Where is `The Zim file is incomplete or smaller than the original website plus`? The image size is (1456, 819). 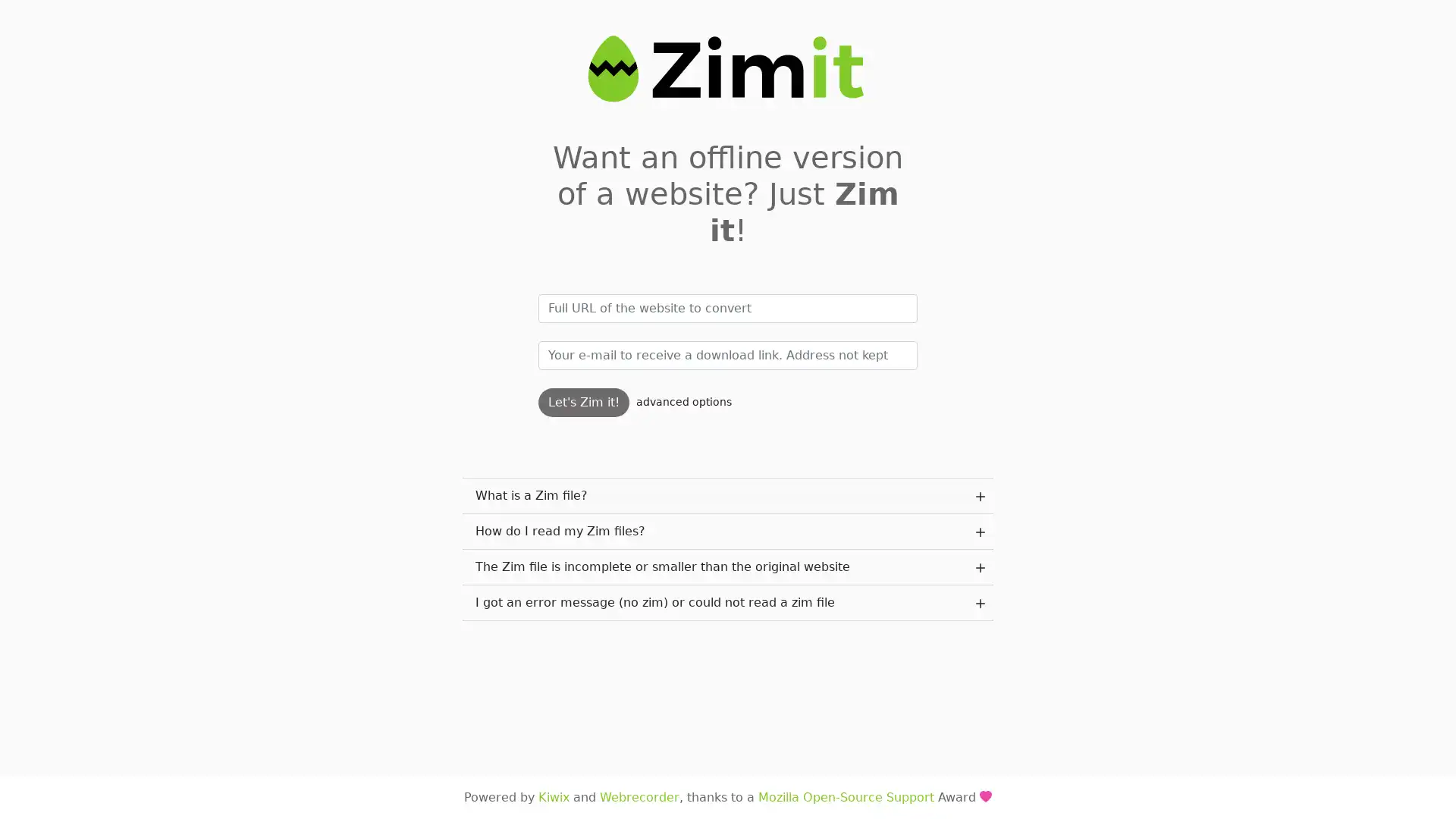
The Zim file is incomplete or smaller than the original website plus is located at coordinates (728, 566).